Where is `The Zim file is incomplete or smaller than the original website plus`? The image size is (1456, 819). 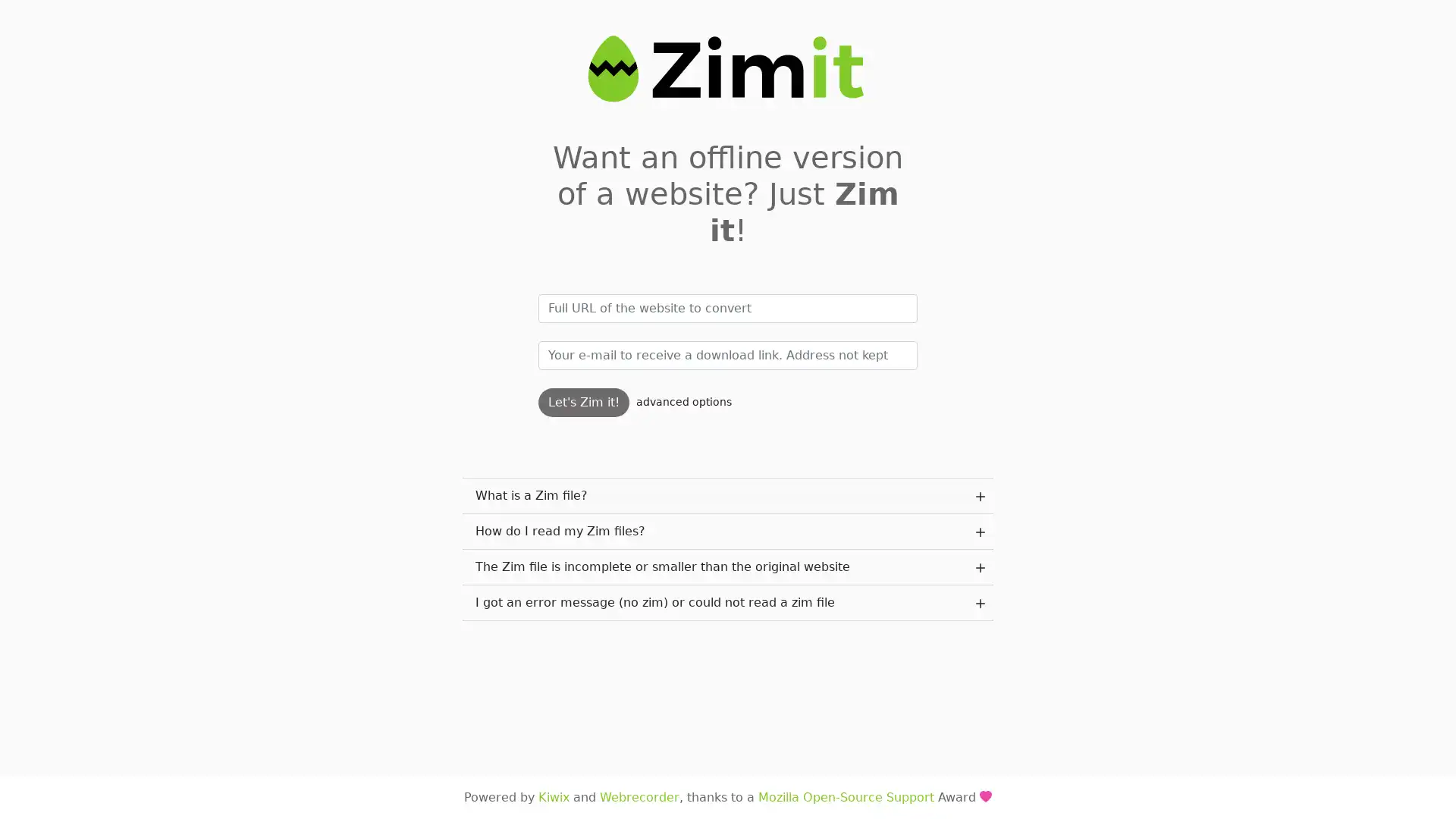
The Zim file is incomplete or smaller than the original website plus is located at coordinates (728, 566).